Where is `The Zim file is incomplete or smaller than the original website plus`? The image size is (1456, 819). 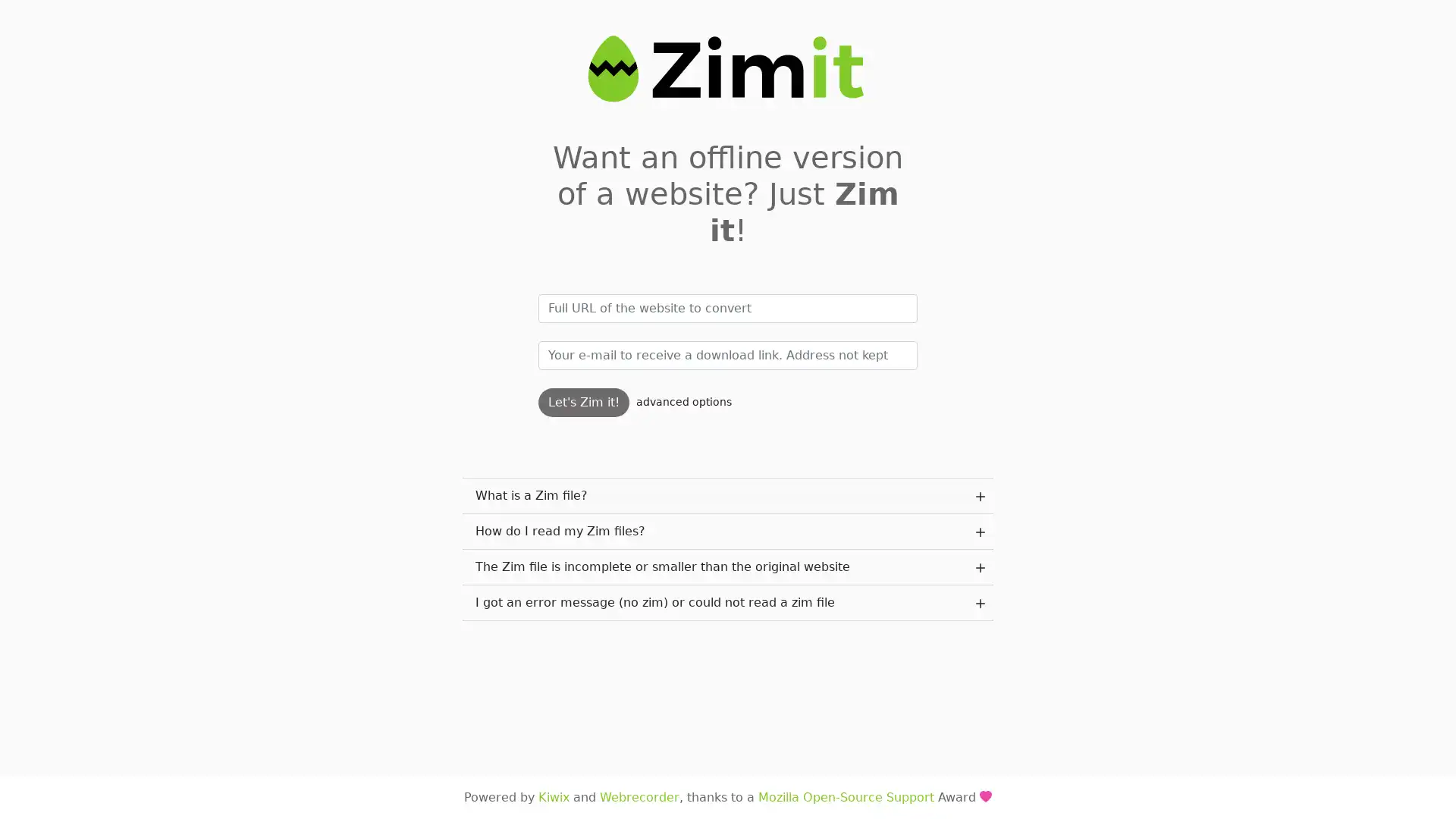
The Zim file is incomplete or smaller than the original website plus is located at coordinates (728, 566).